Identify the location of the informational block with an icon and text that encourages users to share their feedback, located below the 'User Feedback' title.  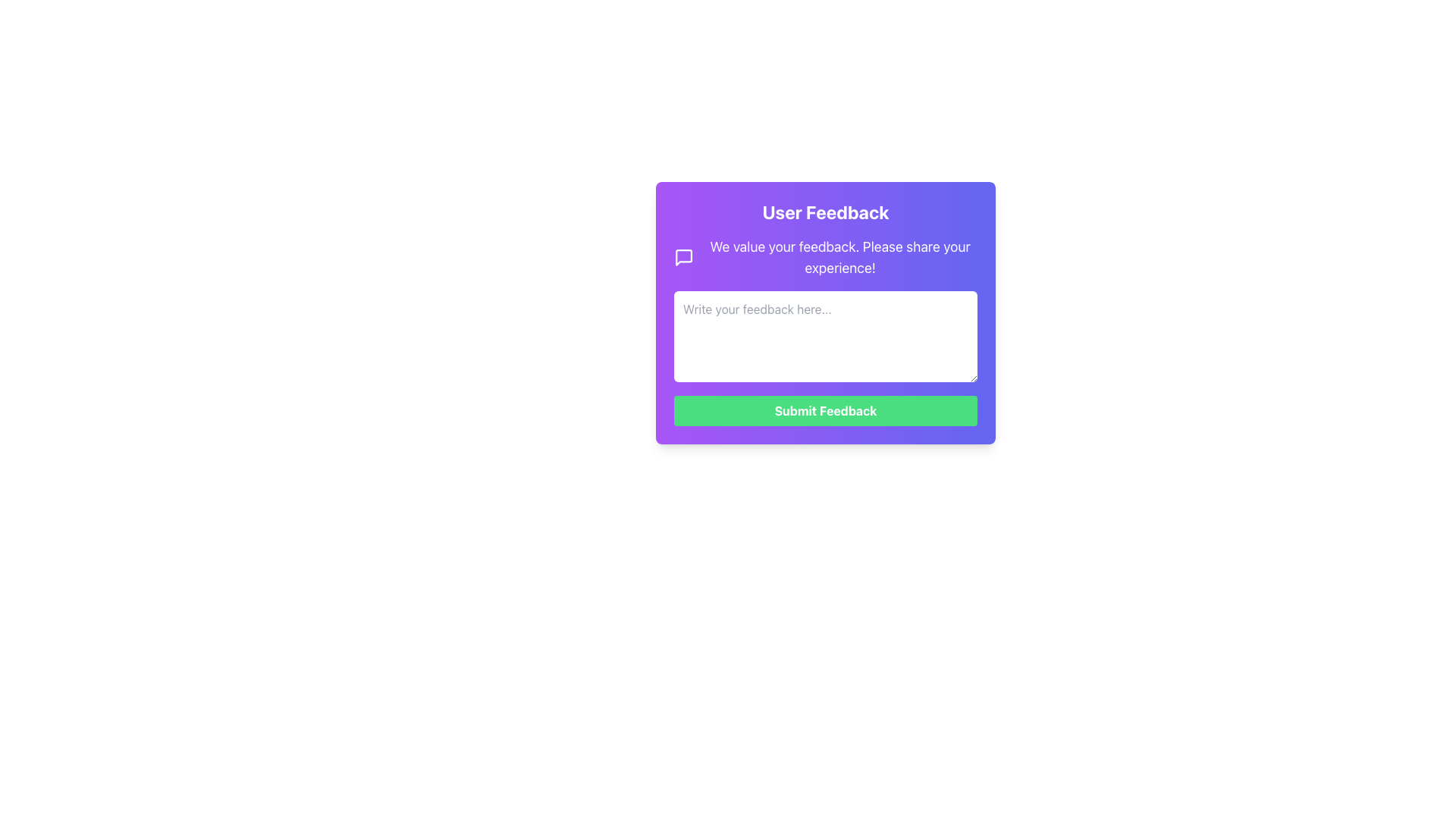
(825, 256).